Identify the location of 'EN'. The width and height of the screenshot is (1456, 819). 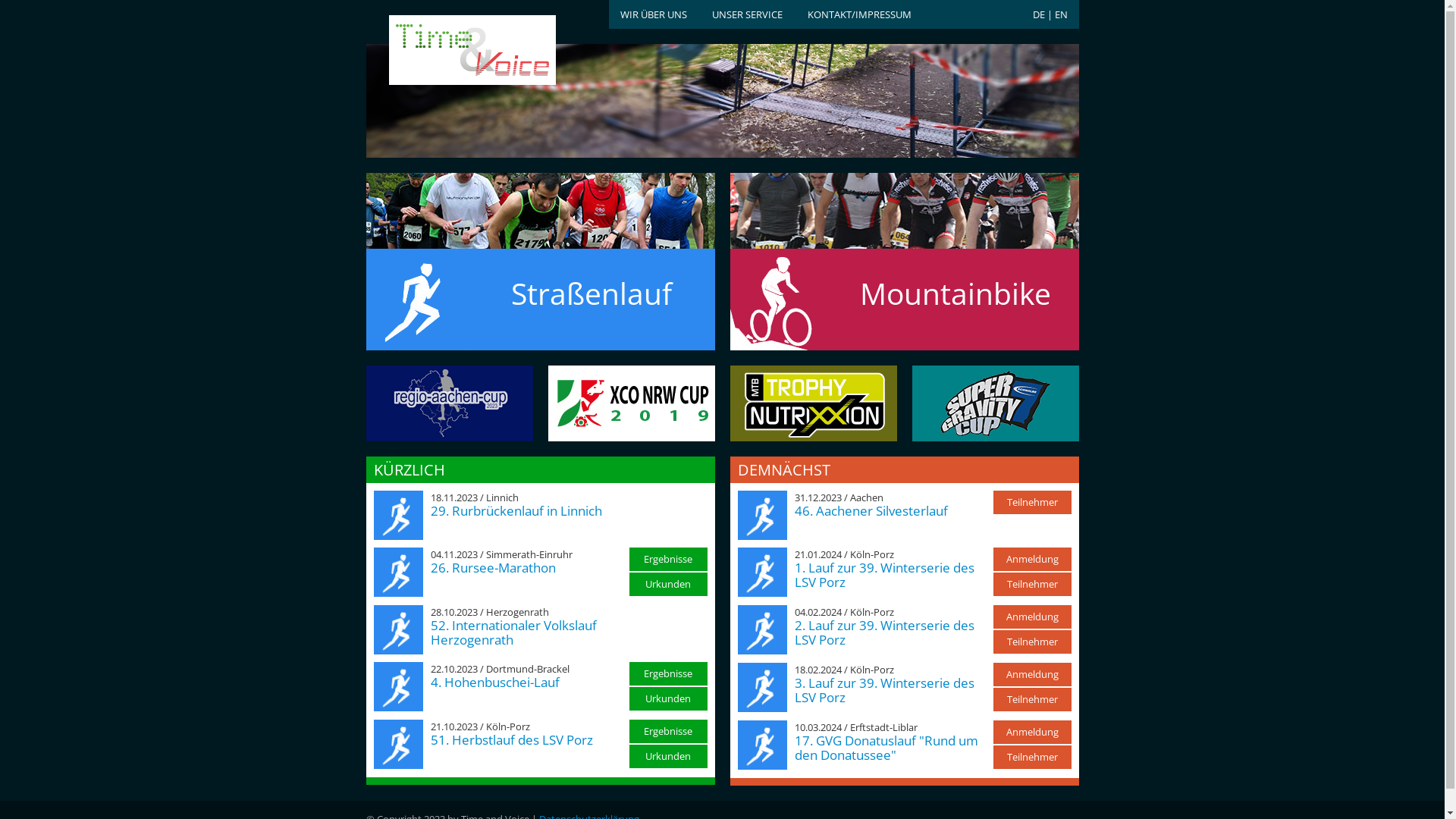
(1059, 14).